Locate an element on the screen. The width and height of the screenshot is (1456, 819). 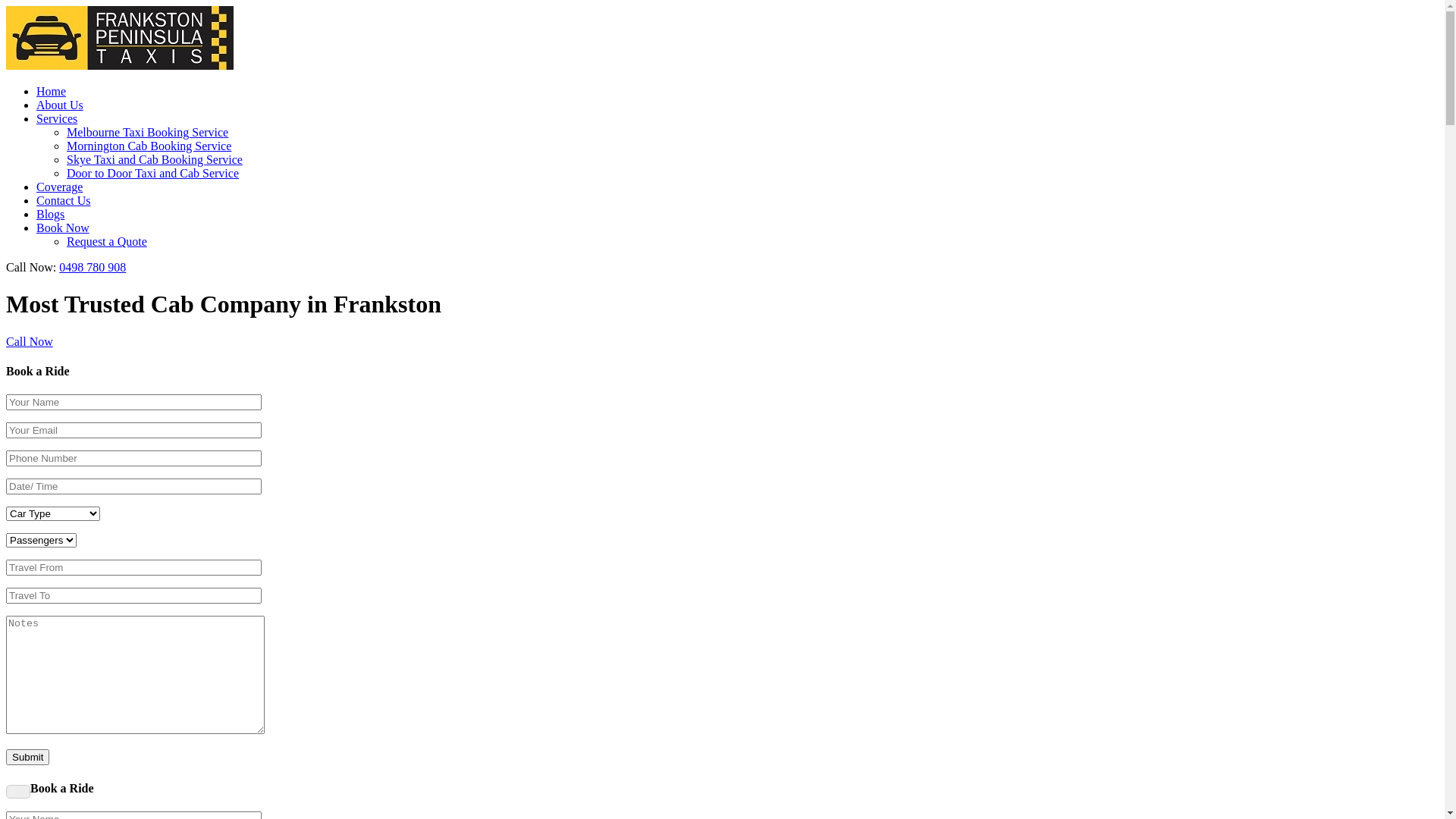
'0498 780 908' is located at coordinates (91, 266).